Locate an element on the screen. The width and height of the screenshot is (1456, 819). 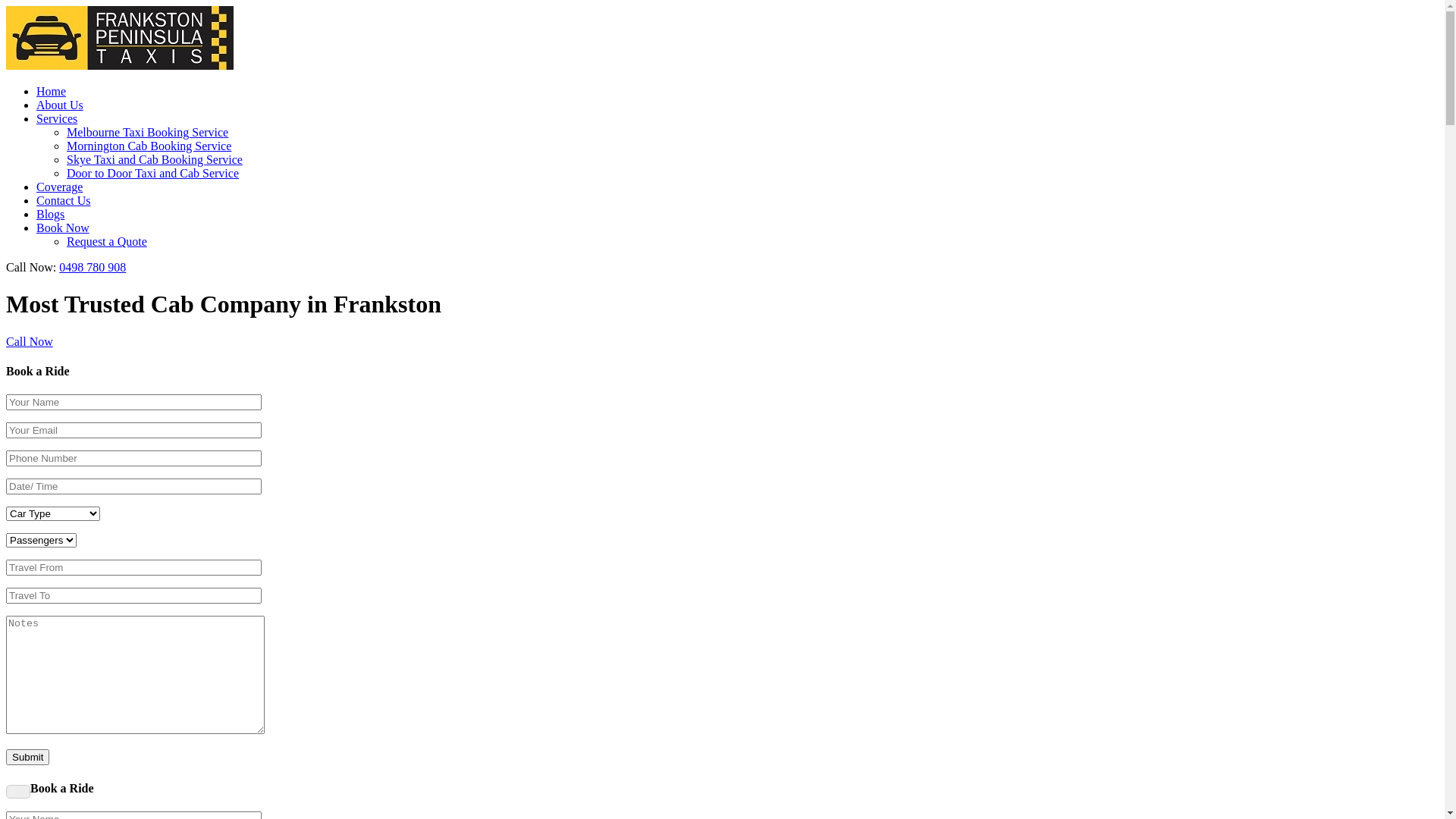
'0498 780 908' is located at coordinates (91, 266).